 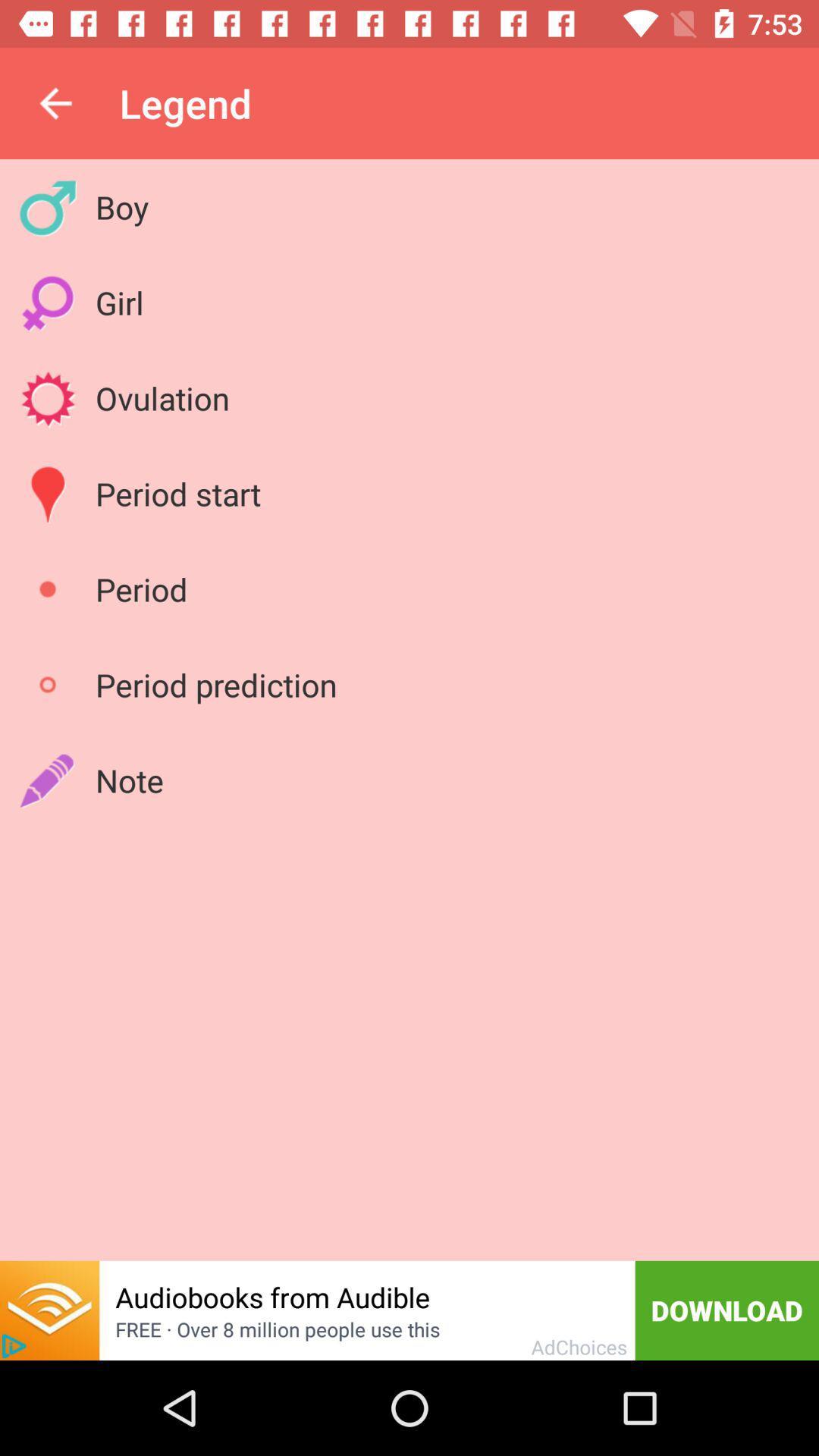 What do you see at coordinates (49, 1310) in the screenshot?
I see `the network_wifi icon` at bounding box center [49, 1310].